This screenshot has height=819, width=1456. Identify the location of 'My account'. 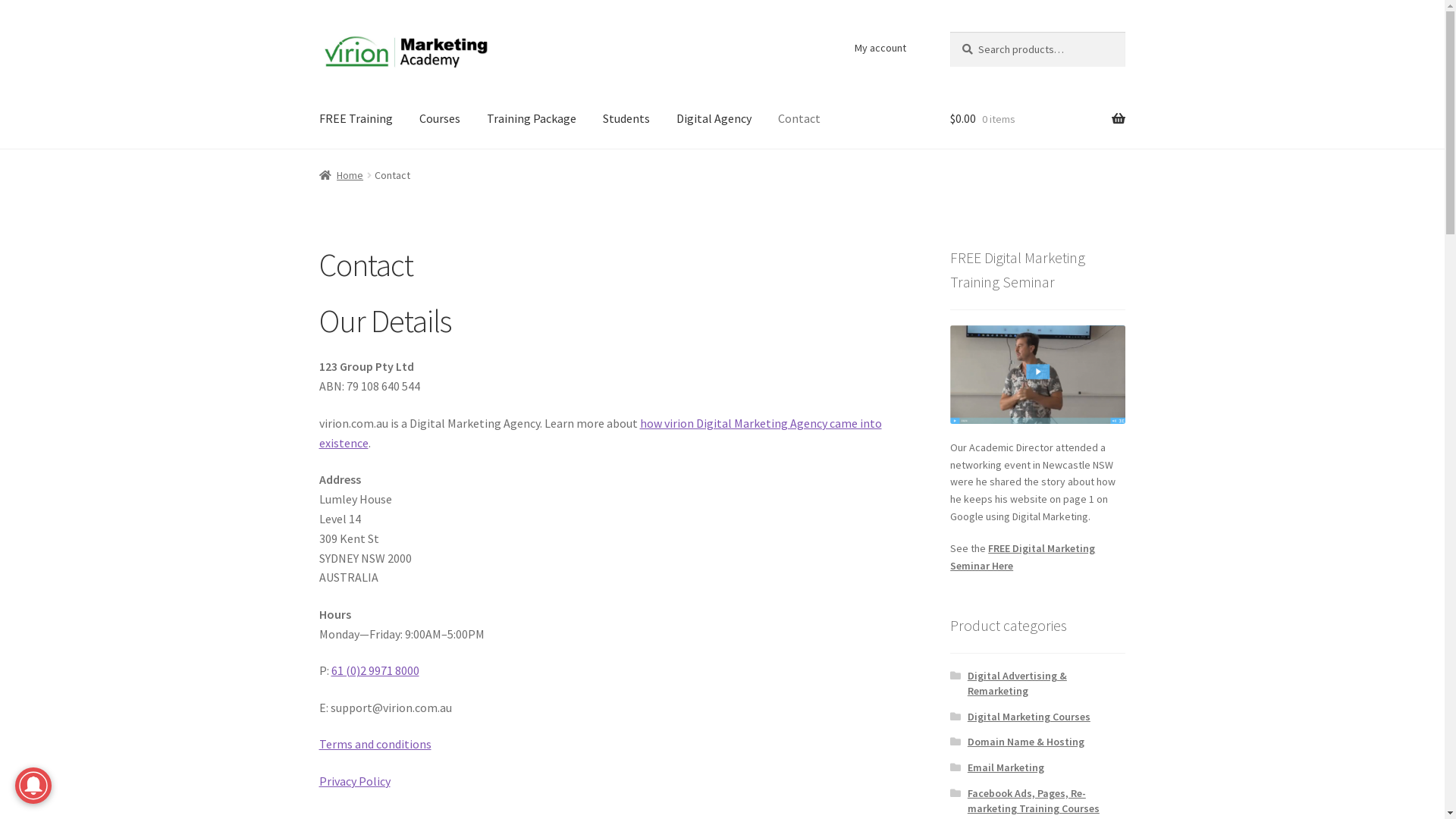
(880, 46).